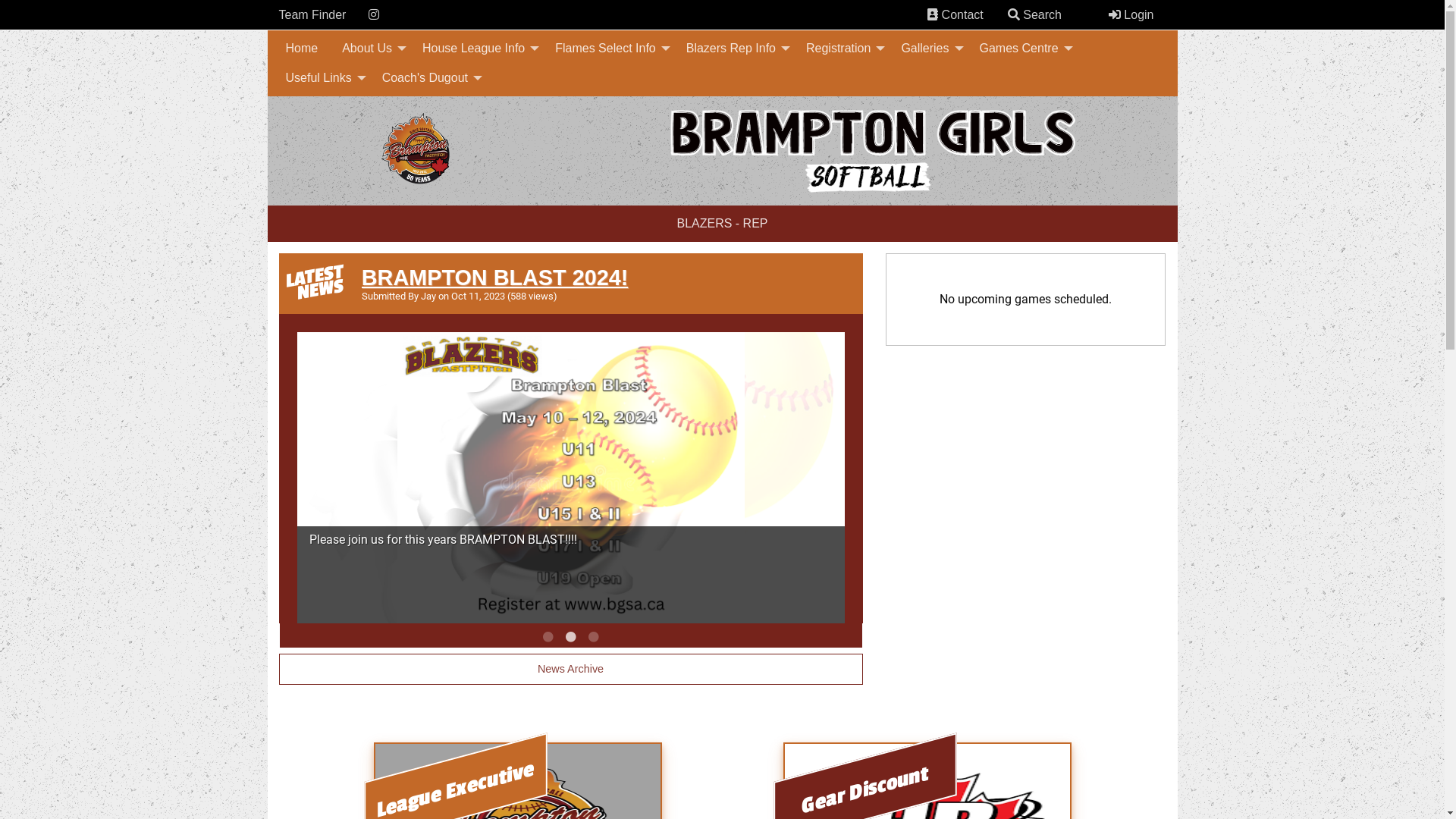 The image size is (1456, 819). Describe the element at coordinates (720, 223) in the screenshot. I see `'BLAZERS - REP'` at that location.